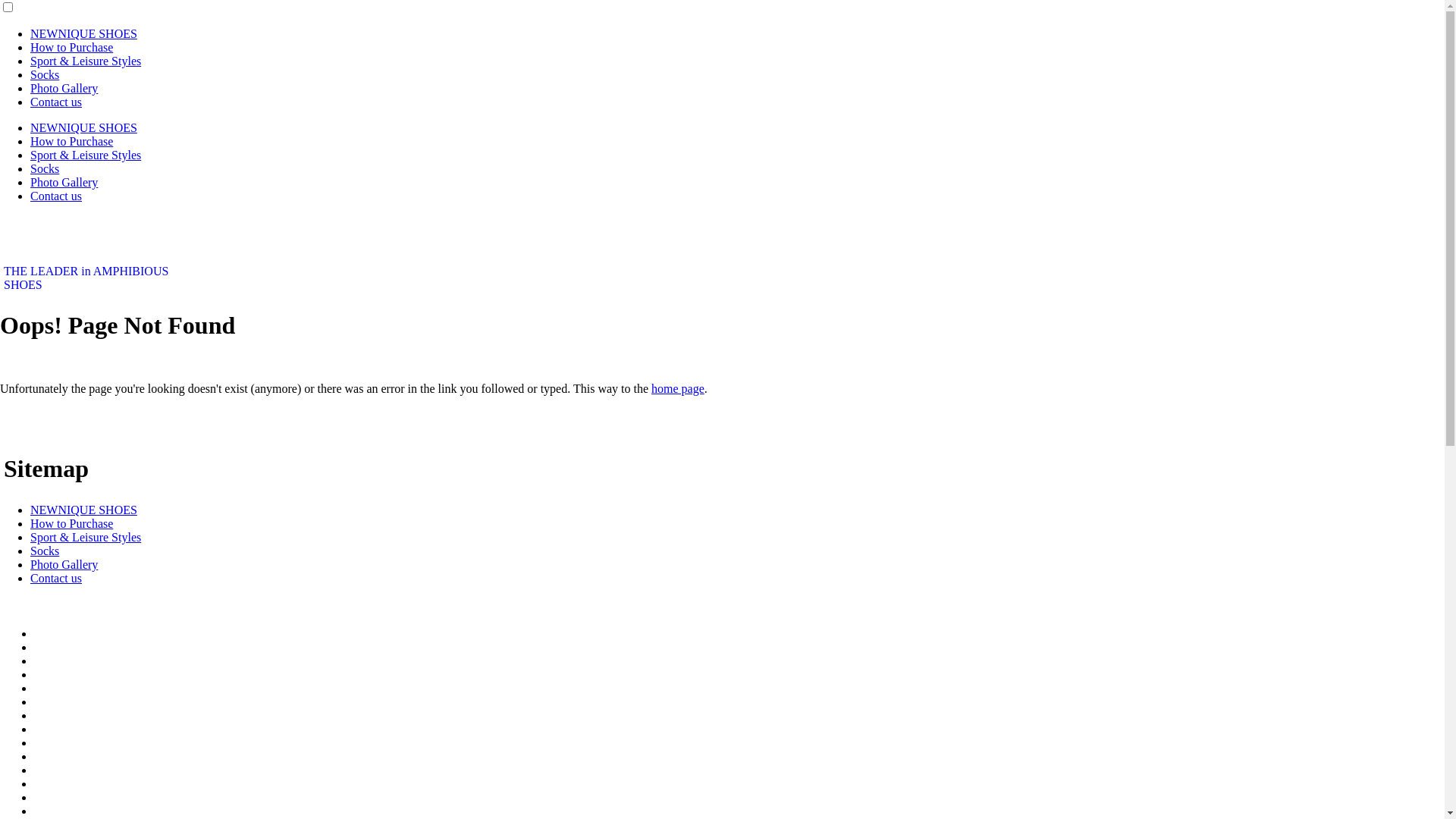 This screenshot has height=819, width=1456. Describe the element at coordinates (44, 551) in the screenshot. I see `'Socks'` at that location.